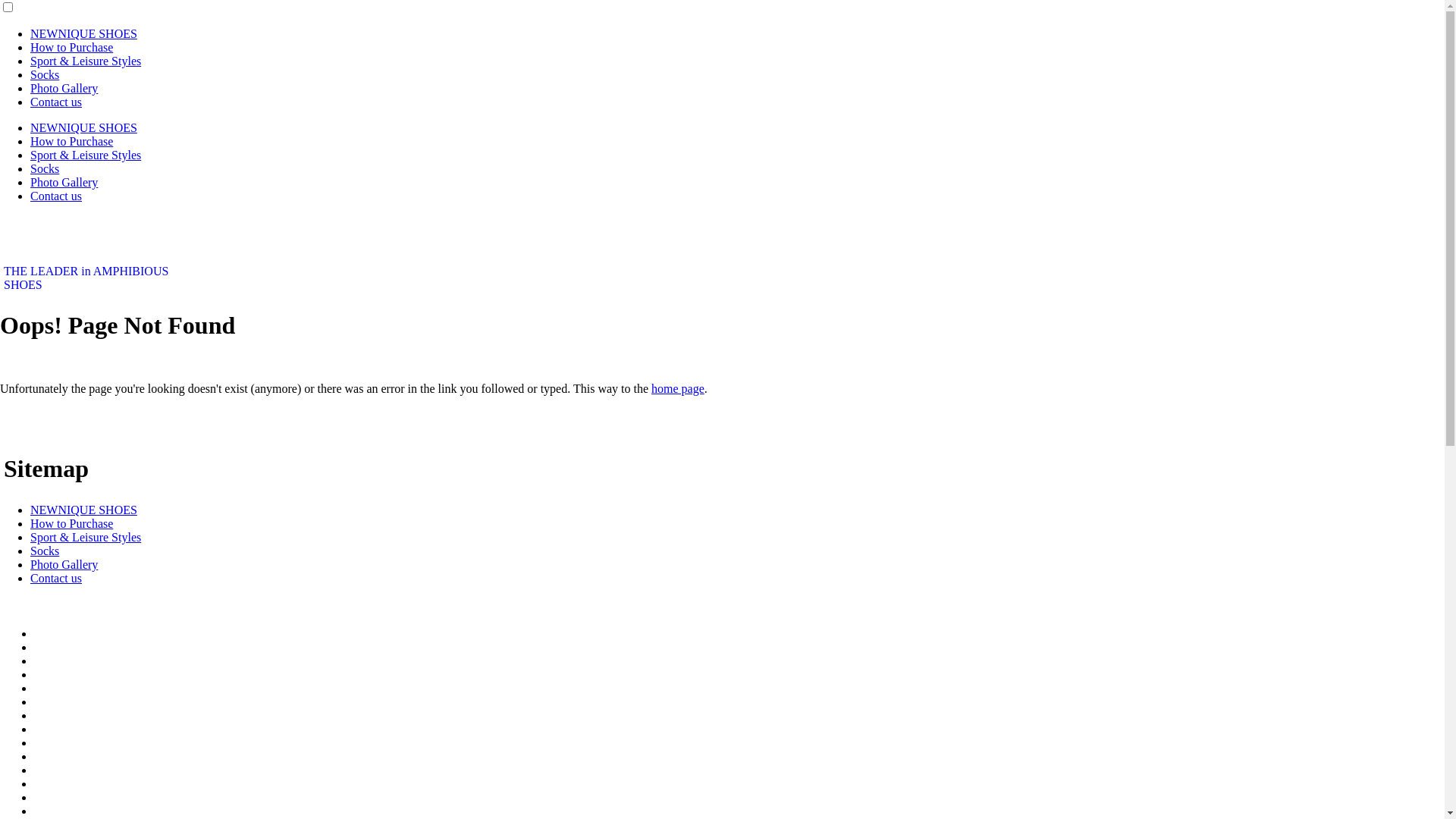 This screenshot has height=819, width=1456. Describe the element at coordinates (44, 551) in the screenshot. I see `'Socks'` at that location.